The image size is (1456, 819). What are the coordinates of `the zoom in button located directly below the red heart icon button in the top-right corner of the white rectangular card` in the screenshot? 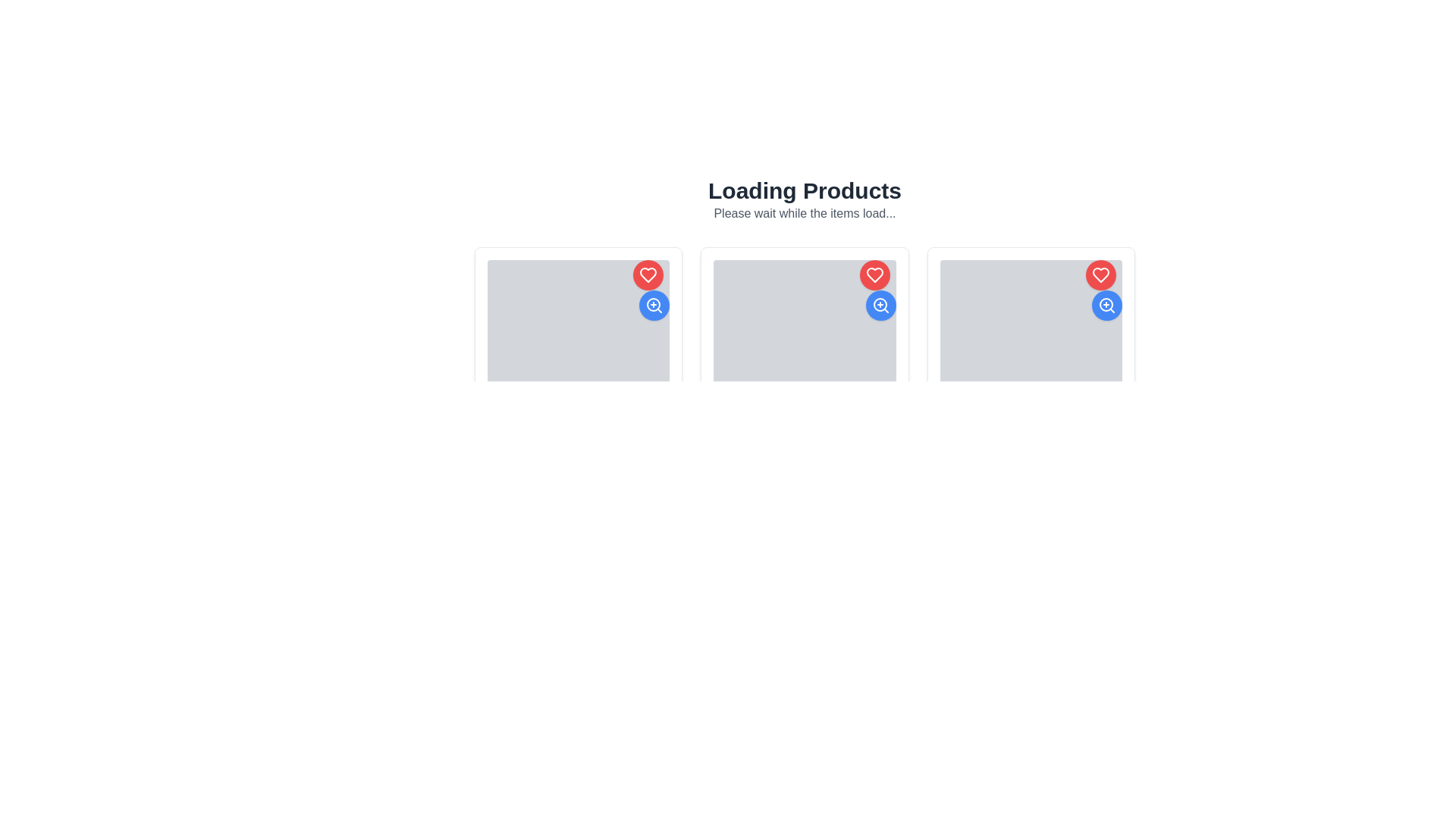 It's located at (651, 290).